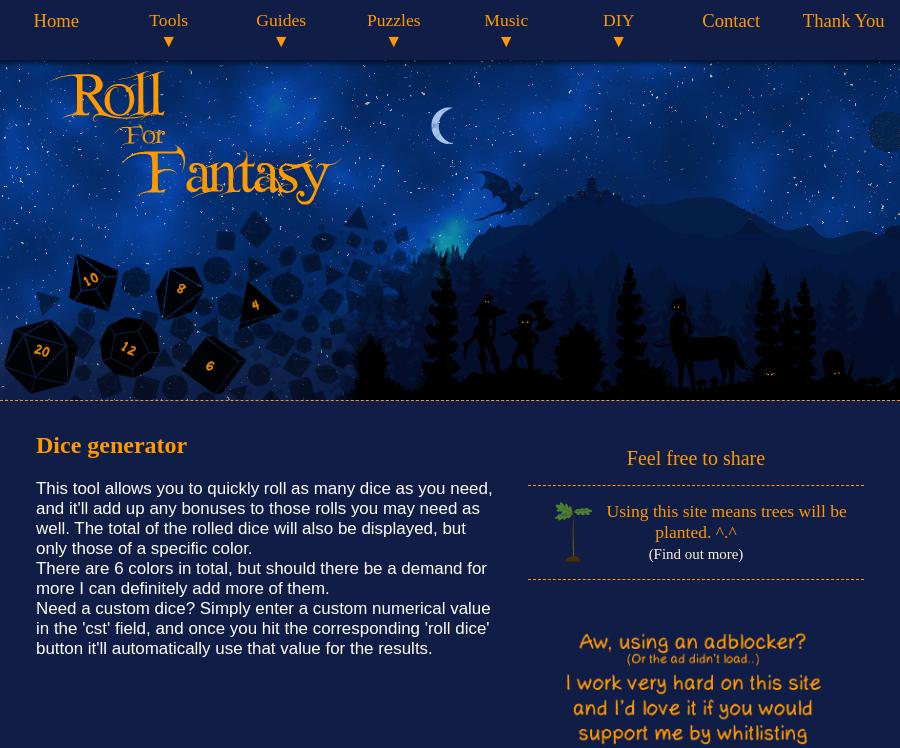 The width and height of the screenshot is (900, 748). I want to click on 'Home', so click(54, 20).